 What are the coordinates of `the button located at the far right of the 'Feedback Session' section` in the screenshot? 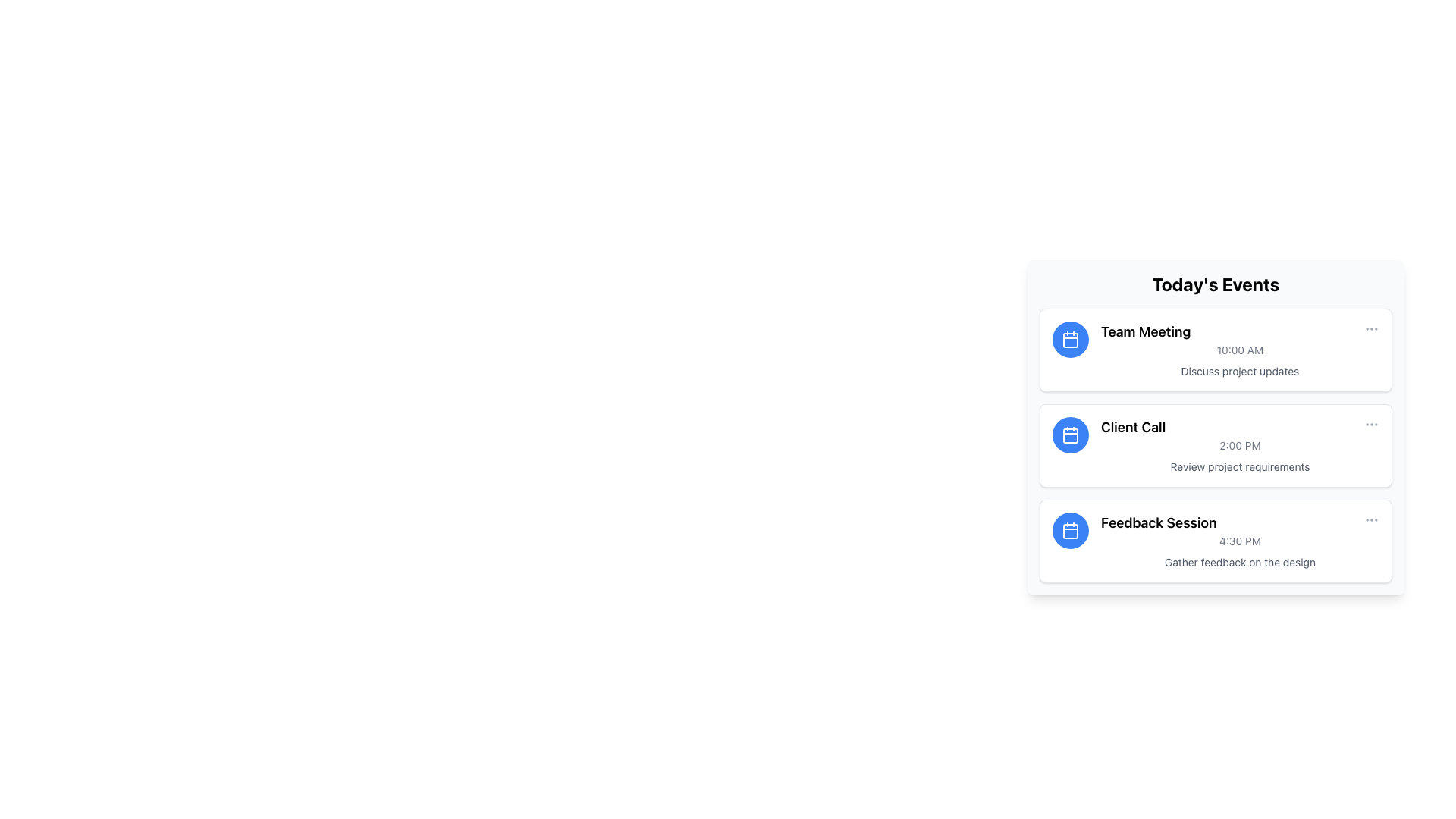 It's located at (1372, 519).